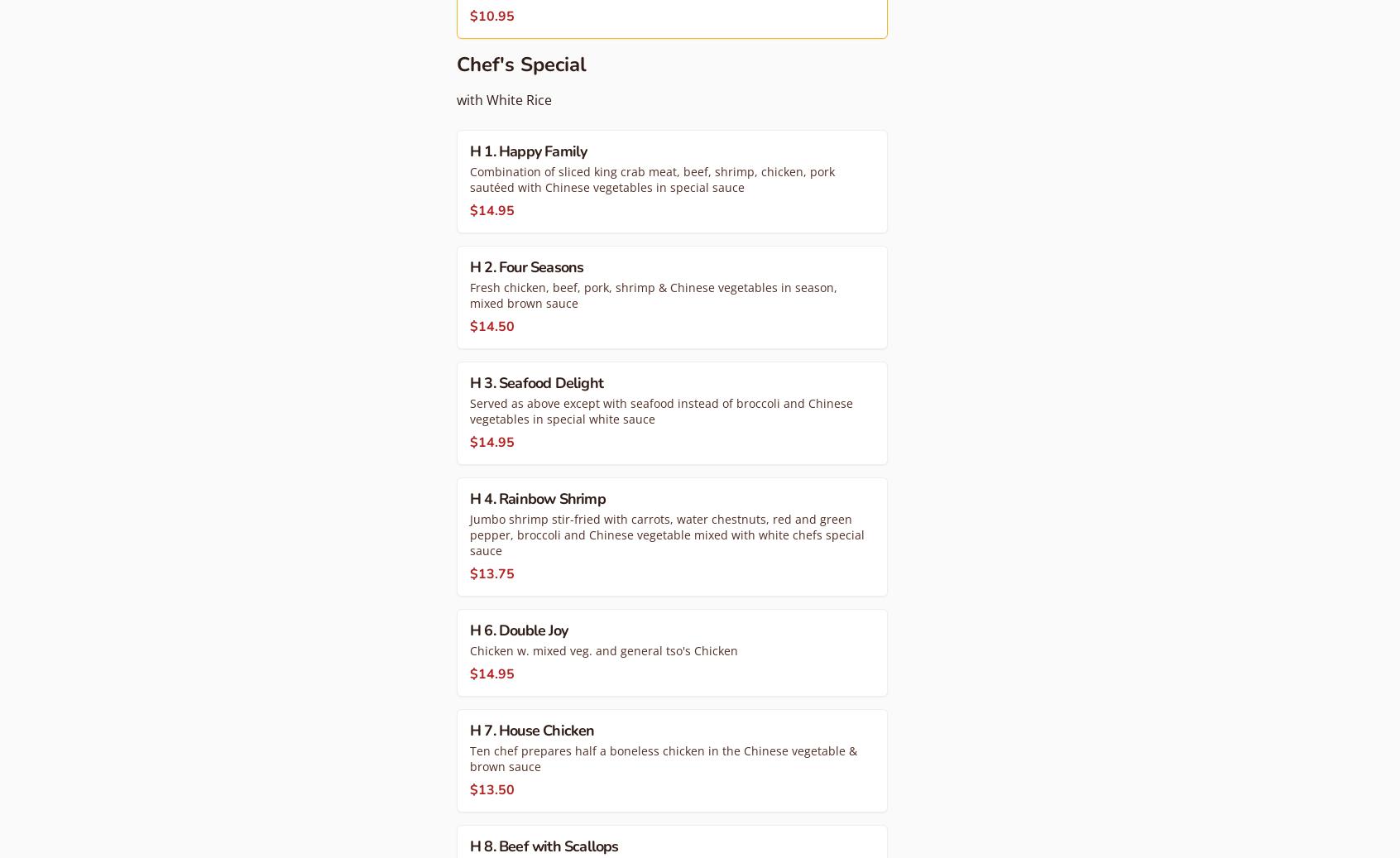 The height and width of the screenshot is (858, 1400). I want to click on 'H 6. Double Joy', so click(518, 629).